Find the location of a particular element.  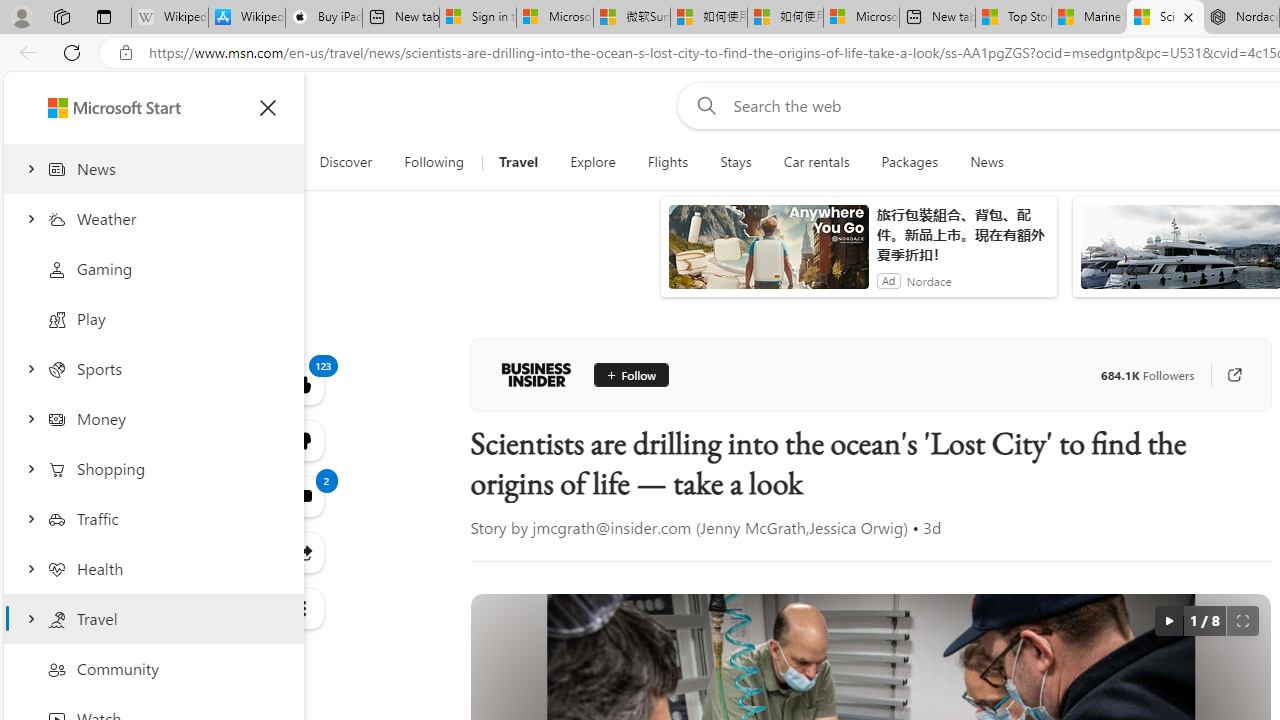

'Packages' is located at coordinates (909, 162).